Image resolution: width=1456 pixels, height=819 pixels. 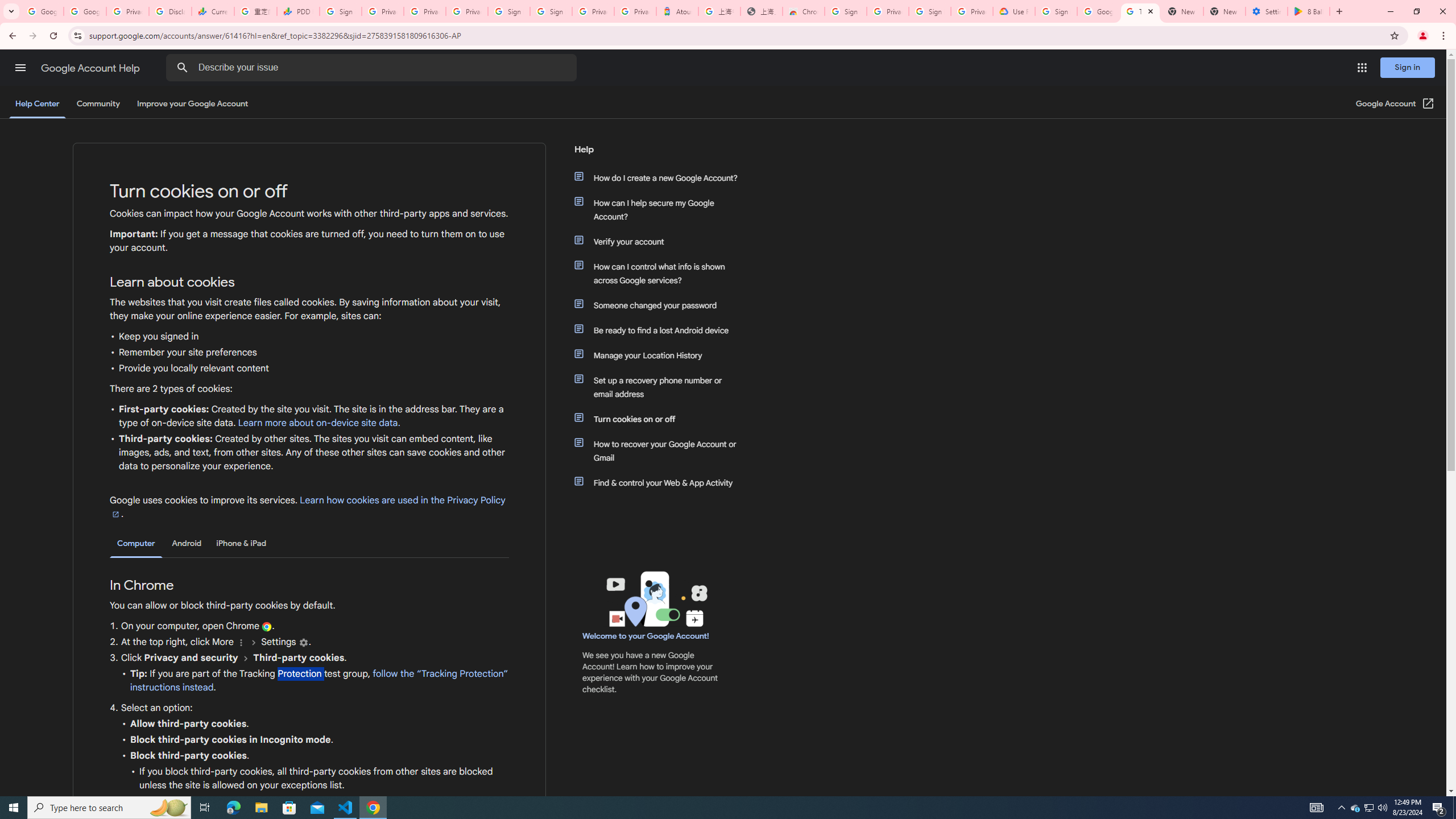 What do you see at coordinates (661, 241) in the screenshot?
I see `'Verify your account'` at bounding box center [661, 241].